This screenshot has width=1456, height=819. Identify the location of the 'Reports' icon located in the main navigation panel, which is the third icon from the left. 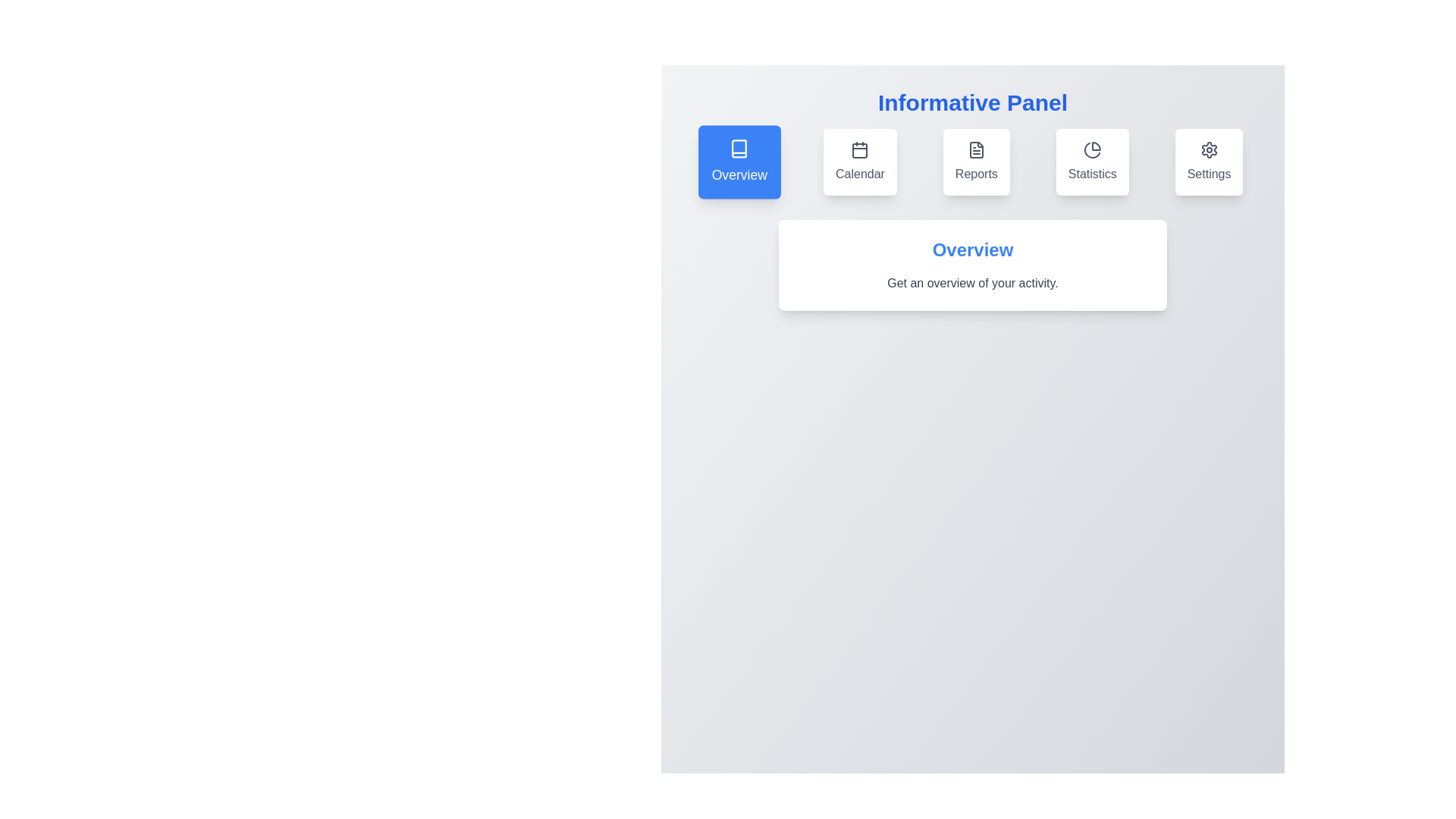
(976, 149).